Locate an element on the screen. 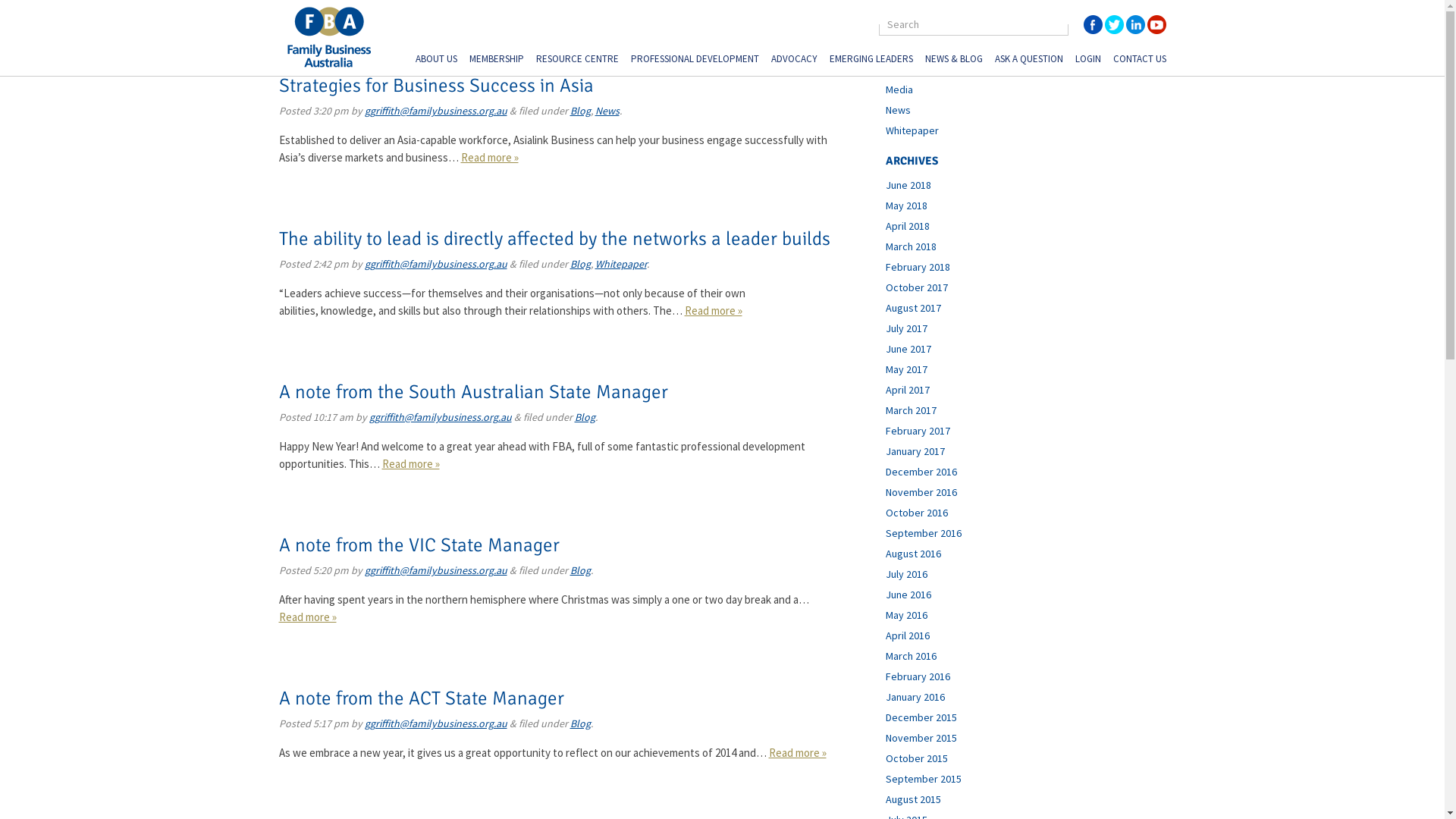 This screenshot has width=1456, height=819. 'News' is located at coordinates (898, 109).